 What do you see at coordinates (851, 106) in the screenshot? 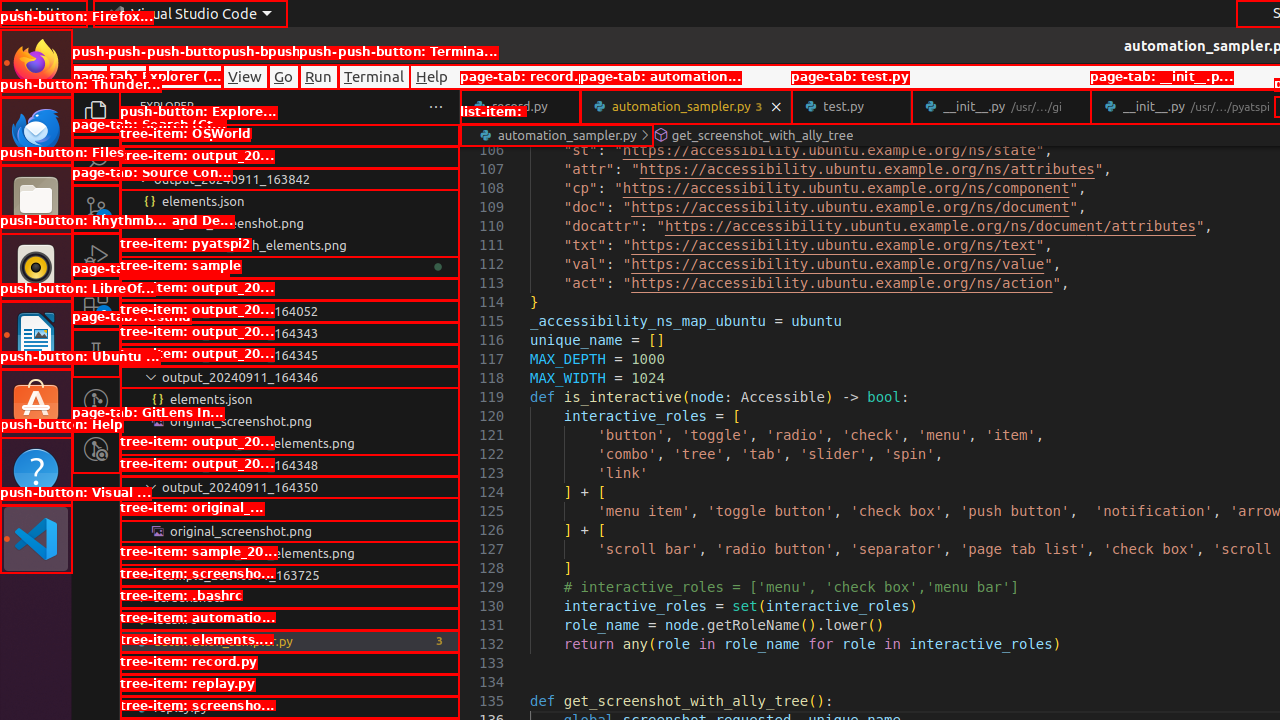
I see `'test.py'` at bounding box center [851, 106].